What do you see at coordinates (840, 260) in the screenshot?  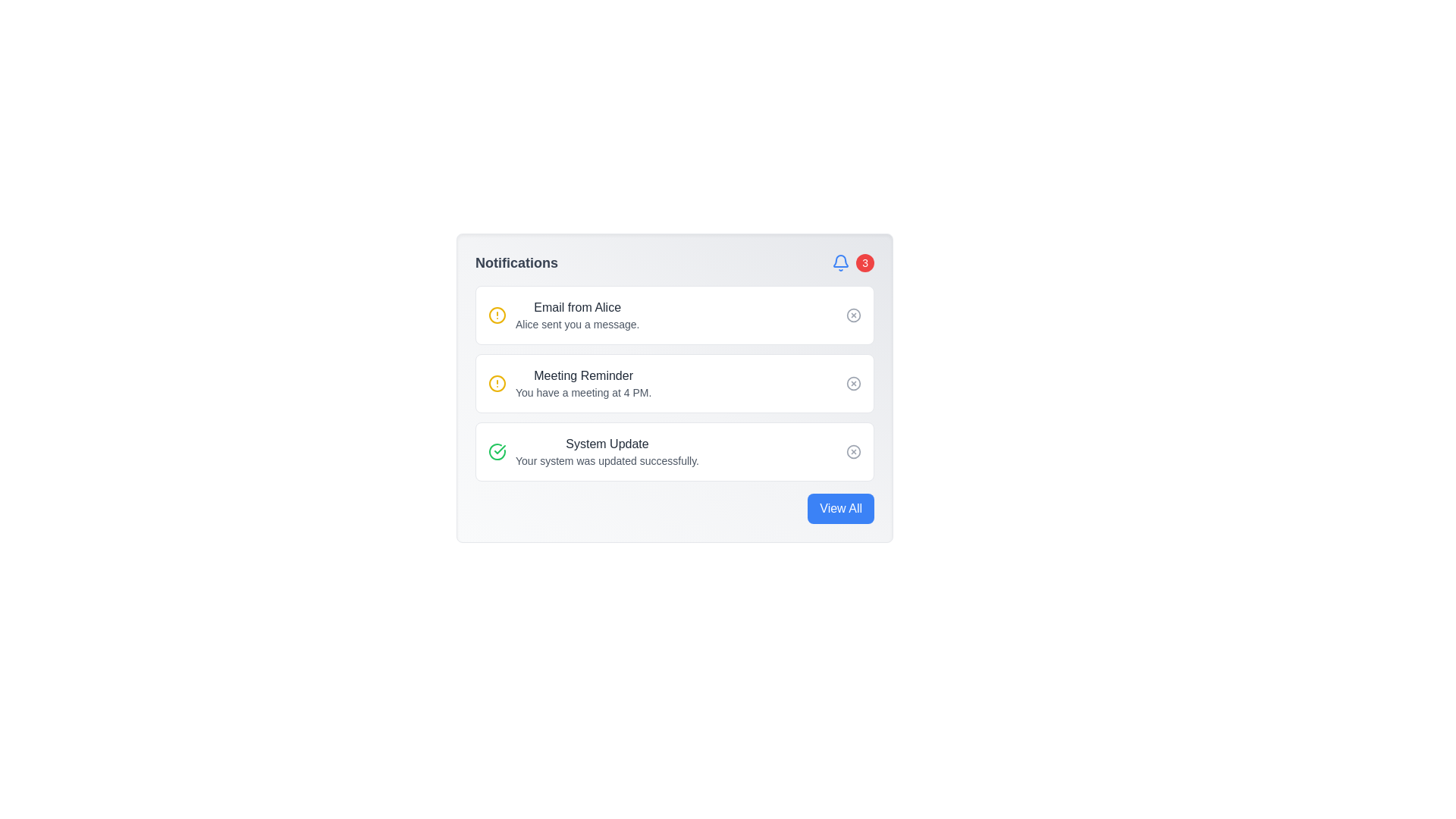 I see `the notification icon located in the top-right corner of the notification panel, adjacent to the red badge indicating three new notifications` at bounding box center [840, 260].